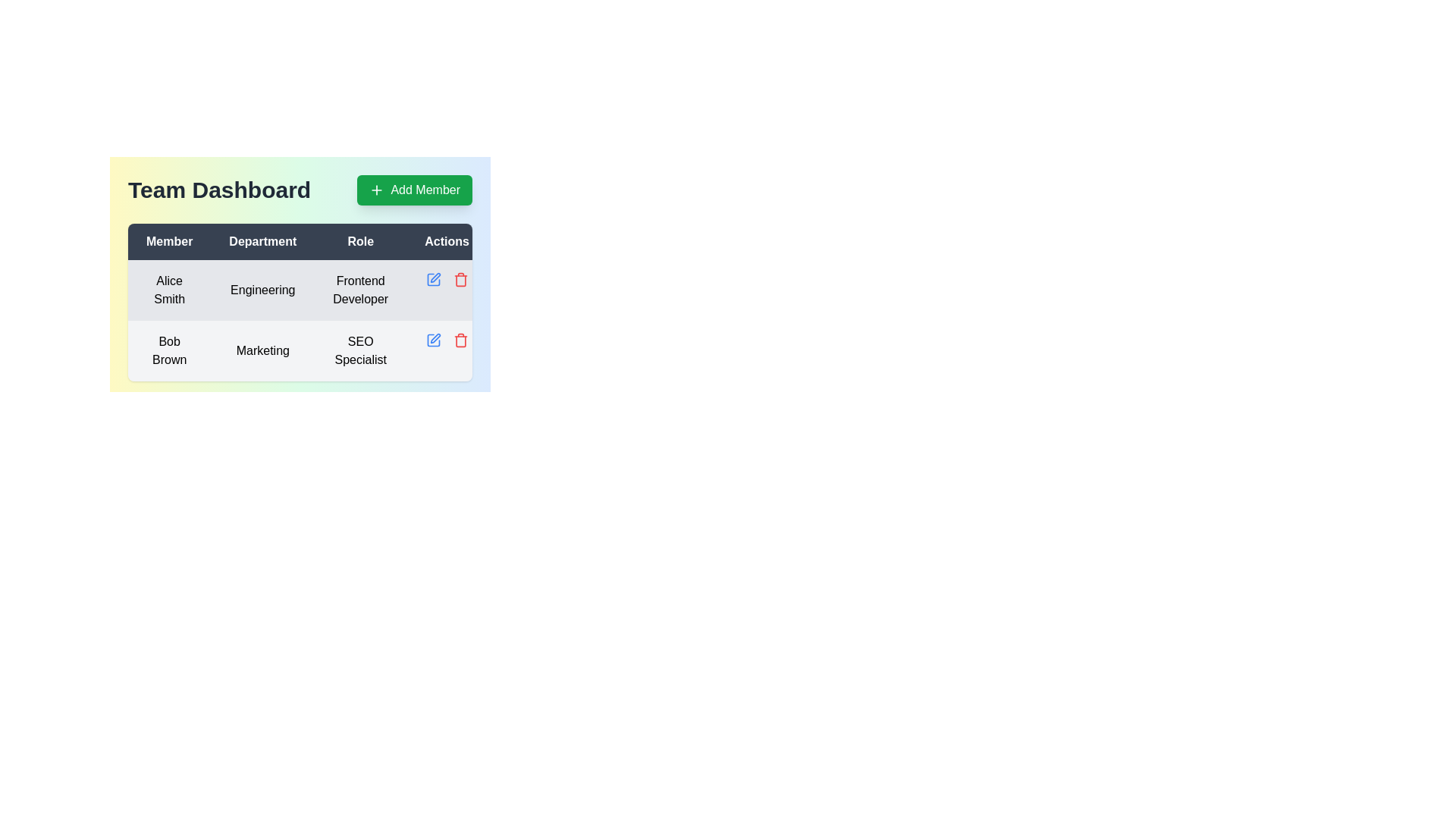 This screenshot has height=819, width=1456. What do you see at coordinates (432, 339) in the screenshot?
I see `the edit icon` at bounding box center [432, 339].